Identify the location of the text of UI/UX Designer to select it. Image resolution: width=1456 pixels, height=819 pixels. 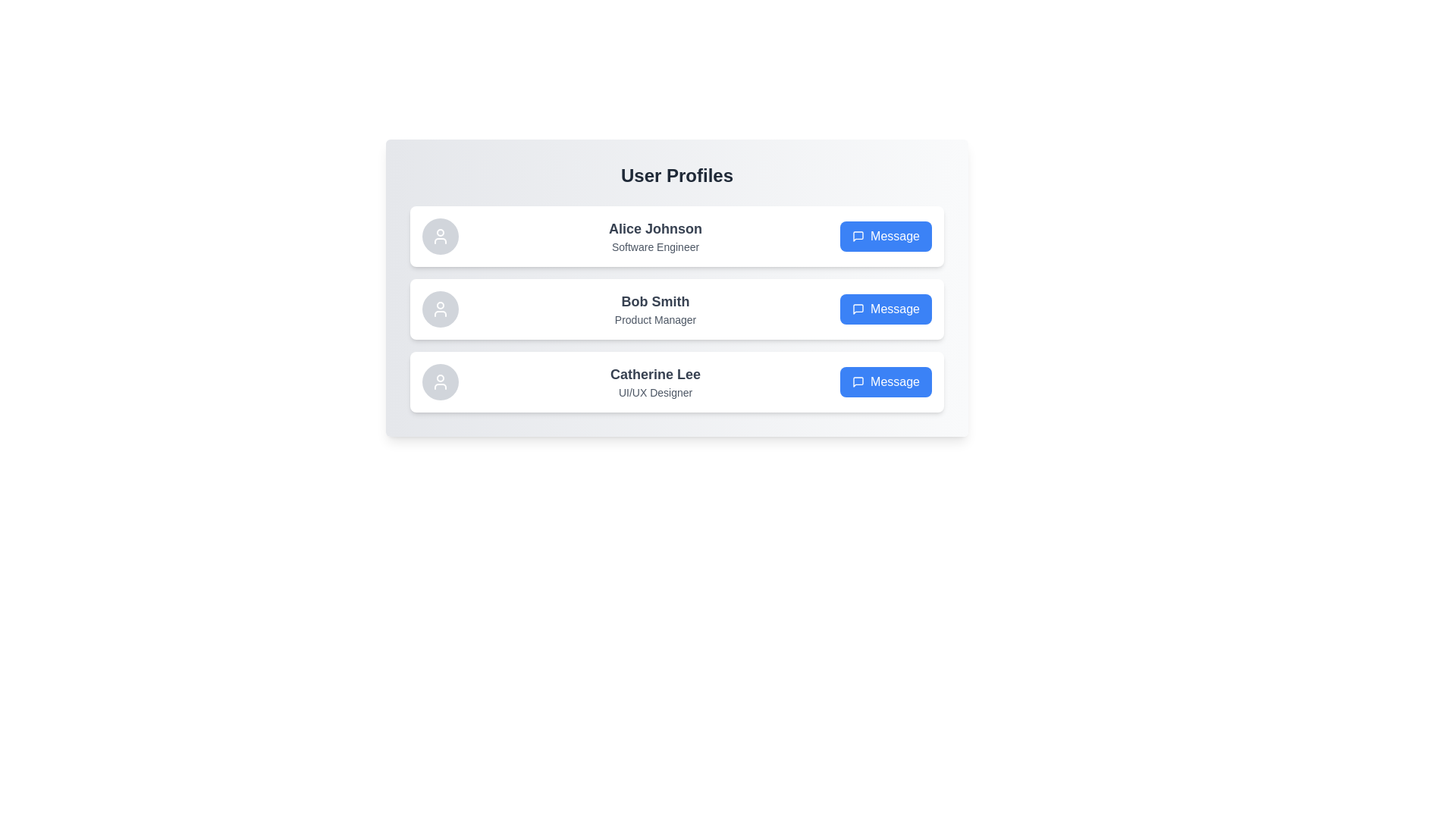
(655, 391).